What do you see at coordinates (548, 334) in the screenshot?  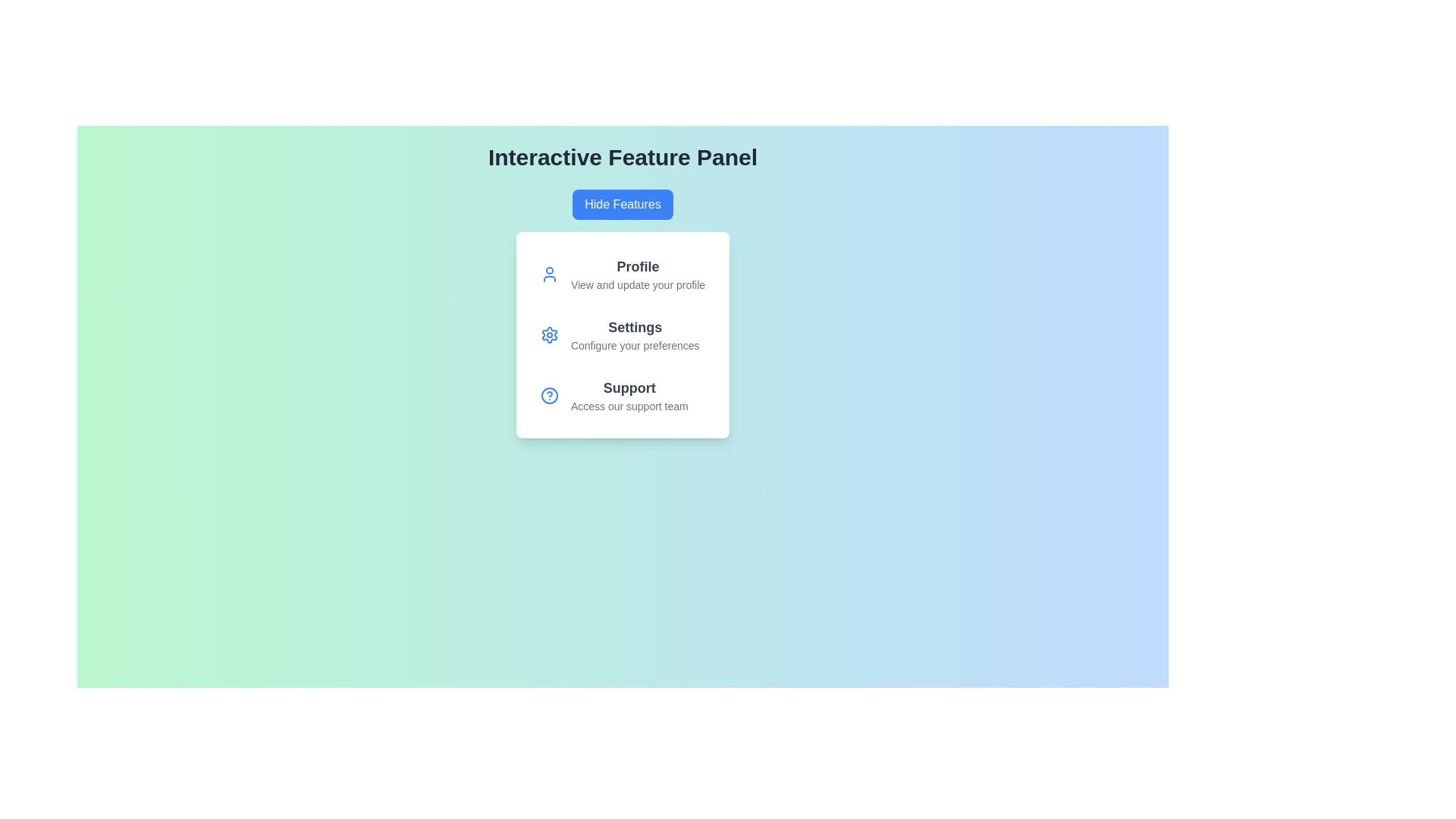 I see `the icon for the Settings feature` at bounding box center [548, 334].